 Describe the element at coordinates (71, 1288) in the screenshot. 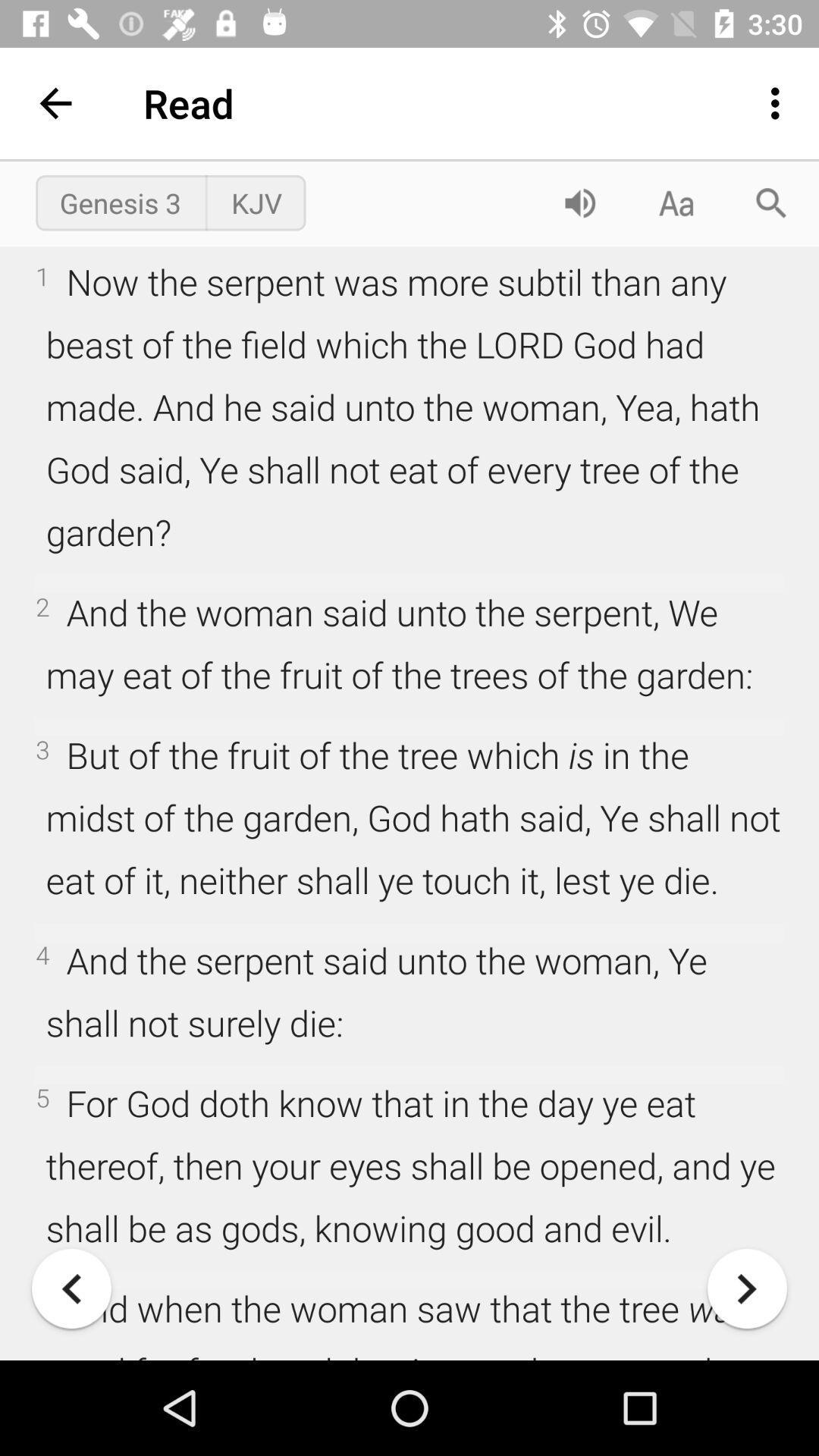

I see `the icon at the bottom left corner` at that location.